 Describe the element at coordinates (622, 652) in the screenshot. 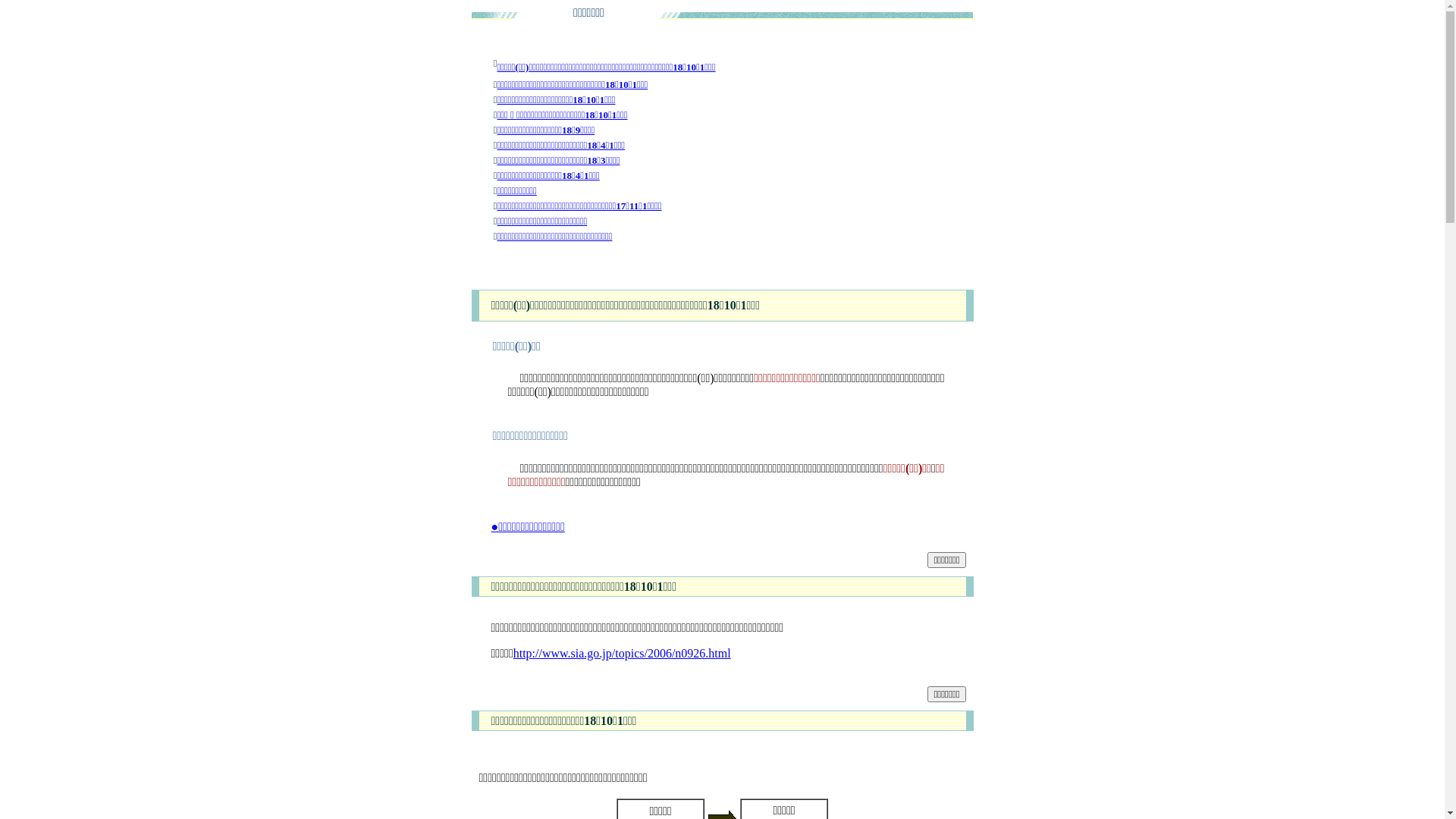

I see `'http://www.sia.go.jp/topics/2006/n0926.html'` at that location.